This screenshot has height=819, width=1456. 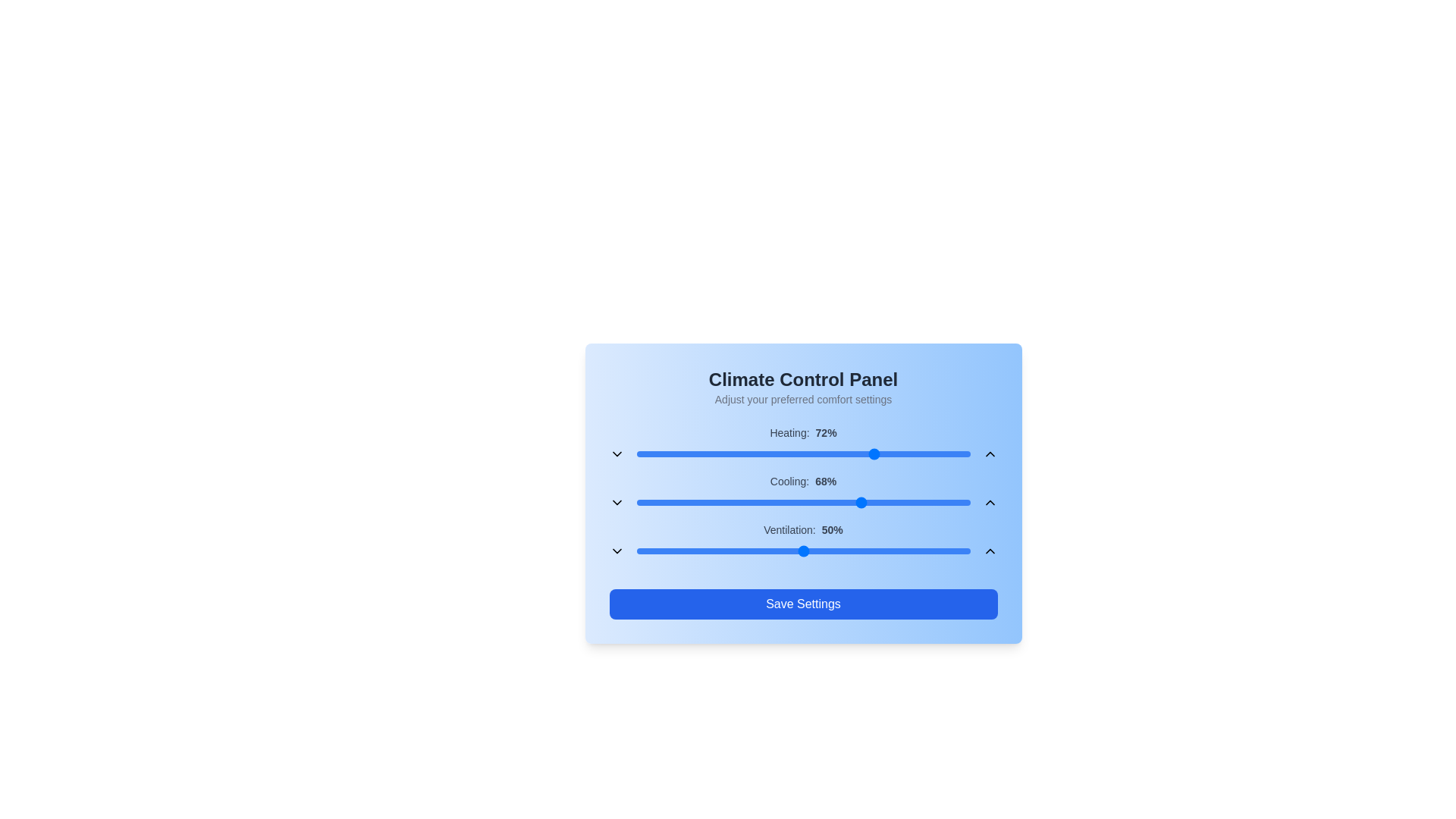 I want to click on the ventilation setting by clicking the up button, so click(x=990, y=551).